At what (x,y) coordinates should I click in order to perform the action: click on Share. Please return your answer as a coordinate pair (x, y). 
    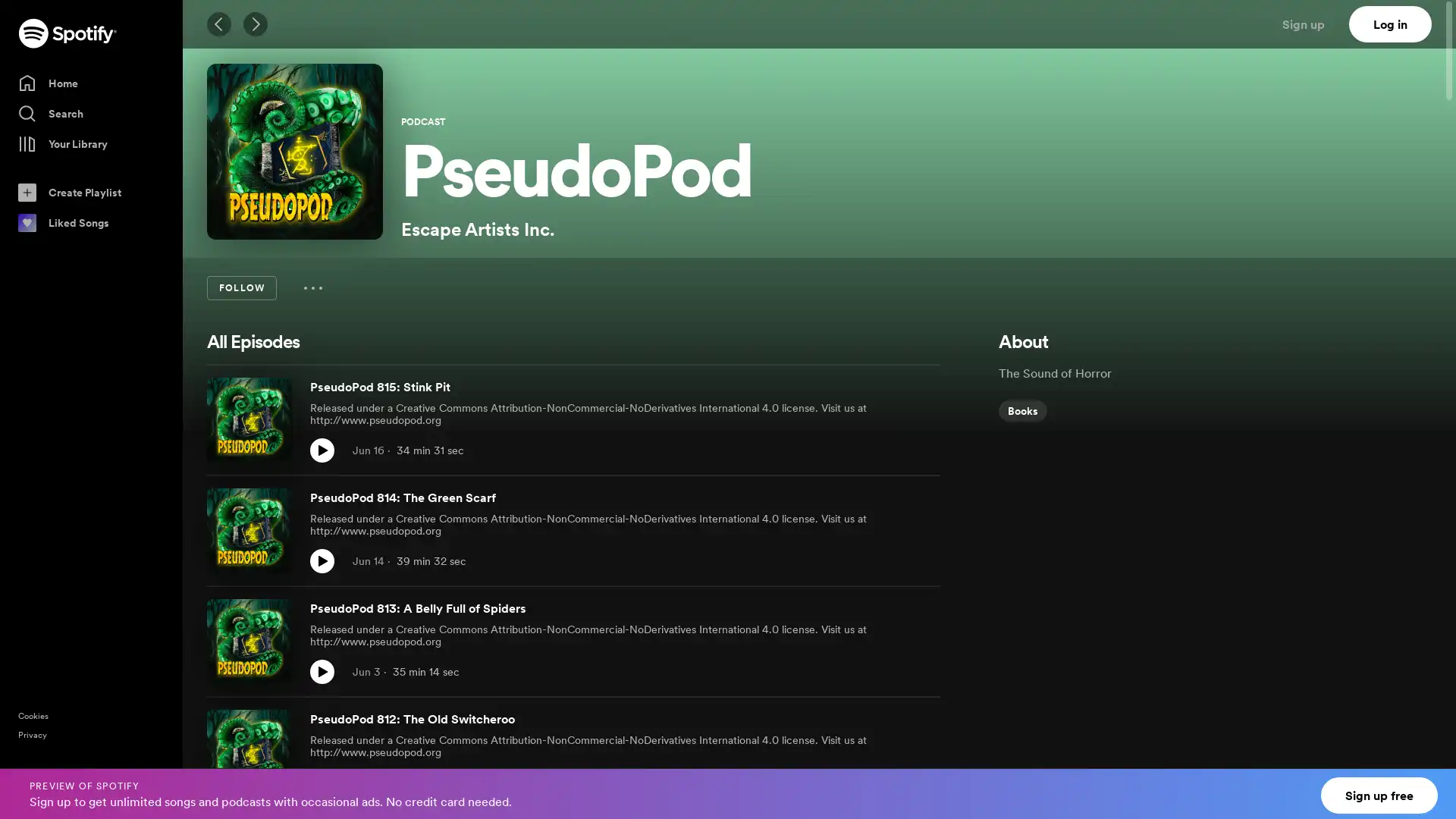
    Looking at the image, I should click on (895, 450).